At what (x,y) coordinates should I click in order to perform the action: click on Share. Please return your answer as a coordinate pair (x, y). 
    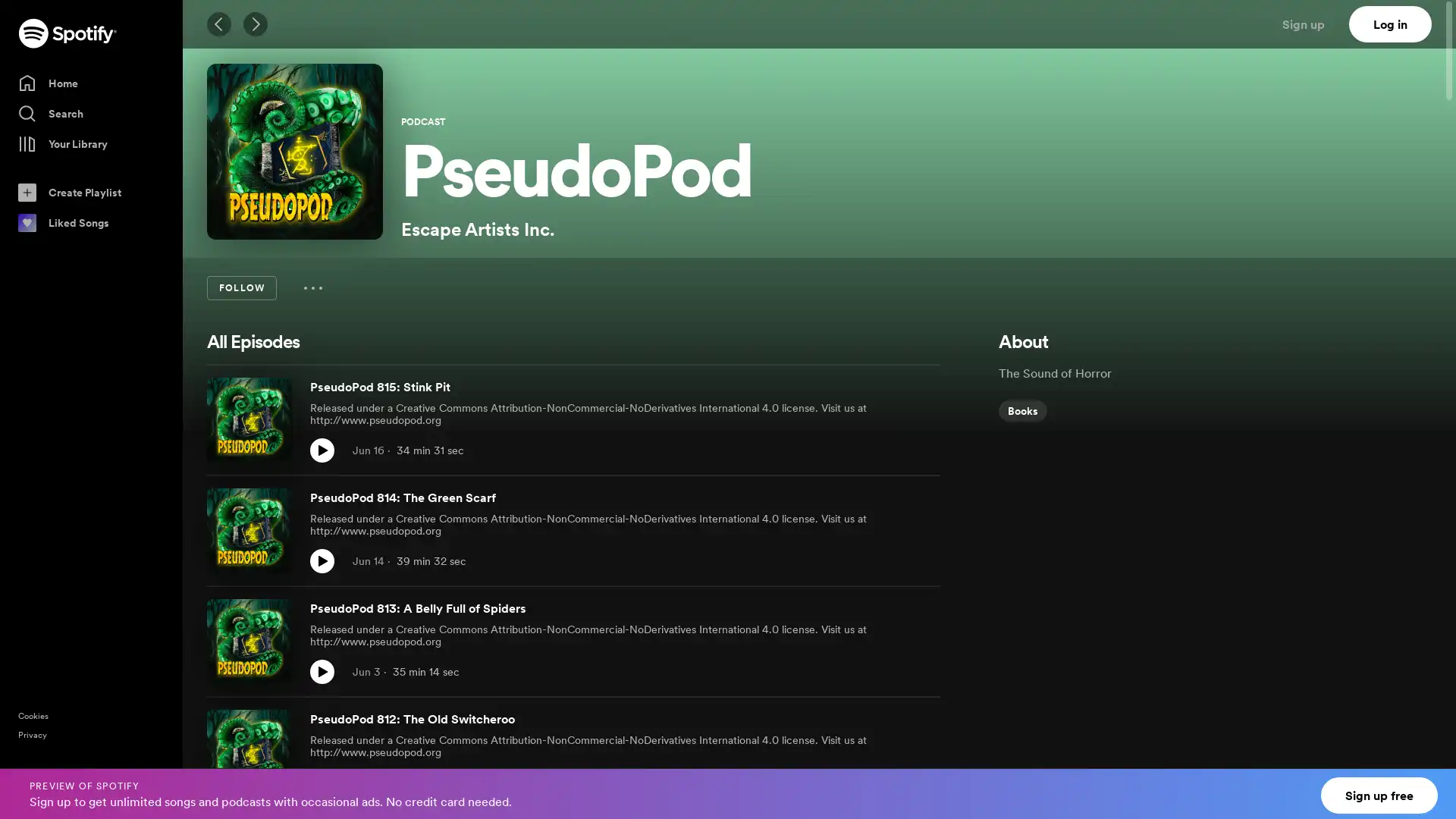
    Looking at the image, I should click on (895, 450).